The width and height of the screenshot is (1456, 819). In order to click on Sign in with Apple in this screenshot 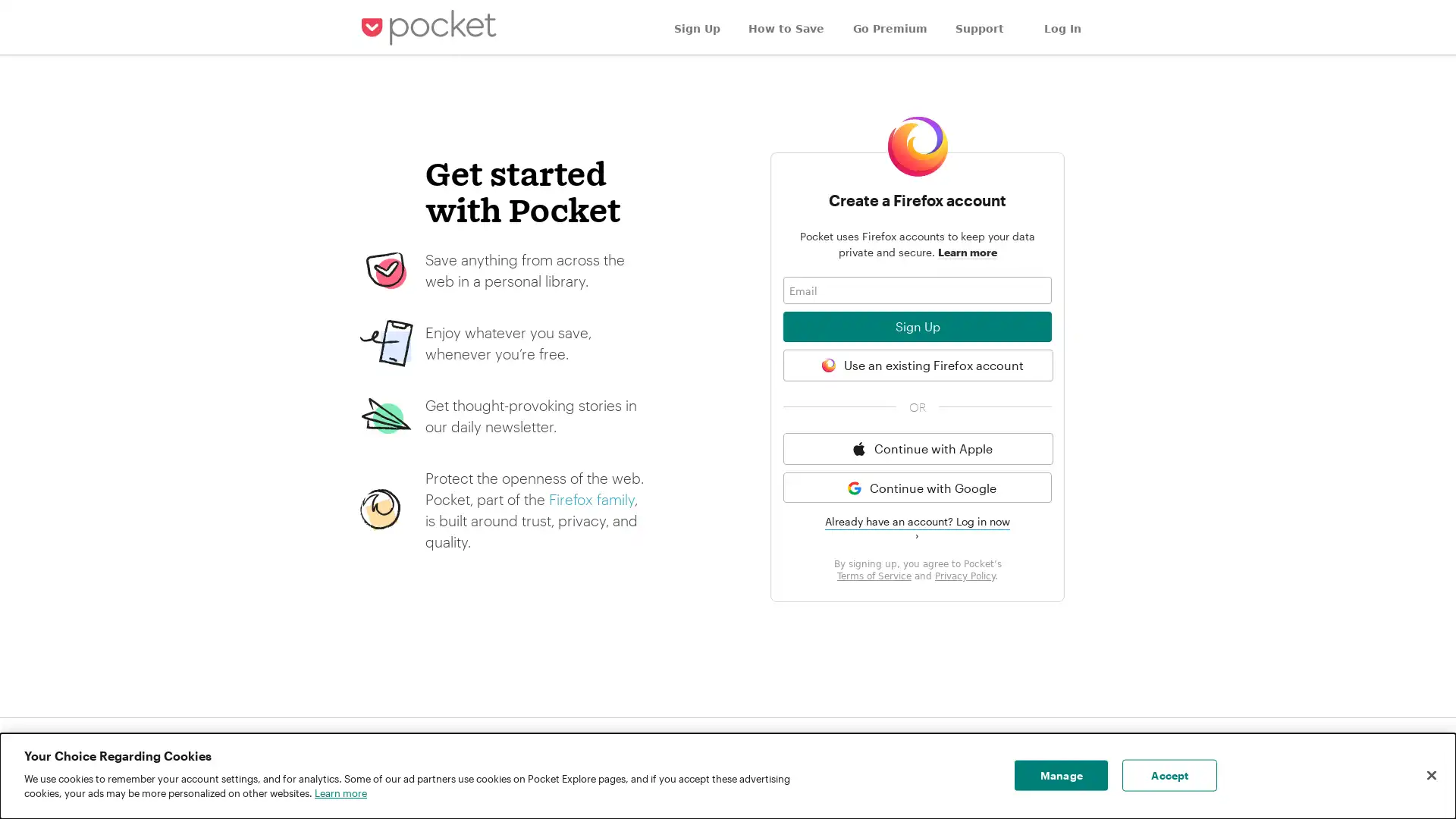, I will do `click(917, 447)`.